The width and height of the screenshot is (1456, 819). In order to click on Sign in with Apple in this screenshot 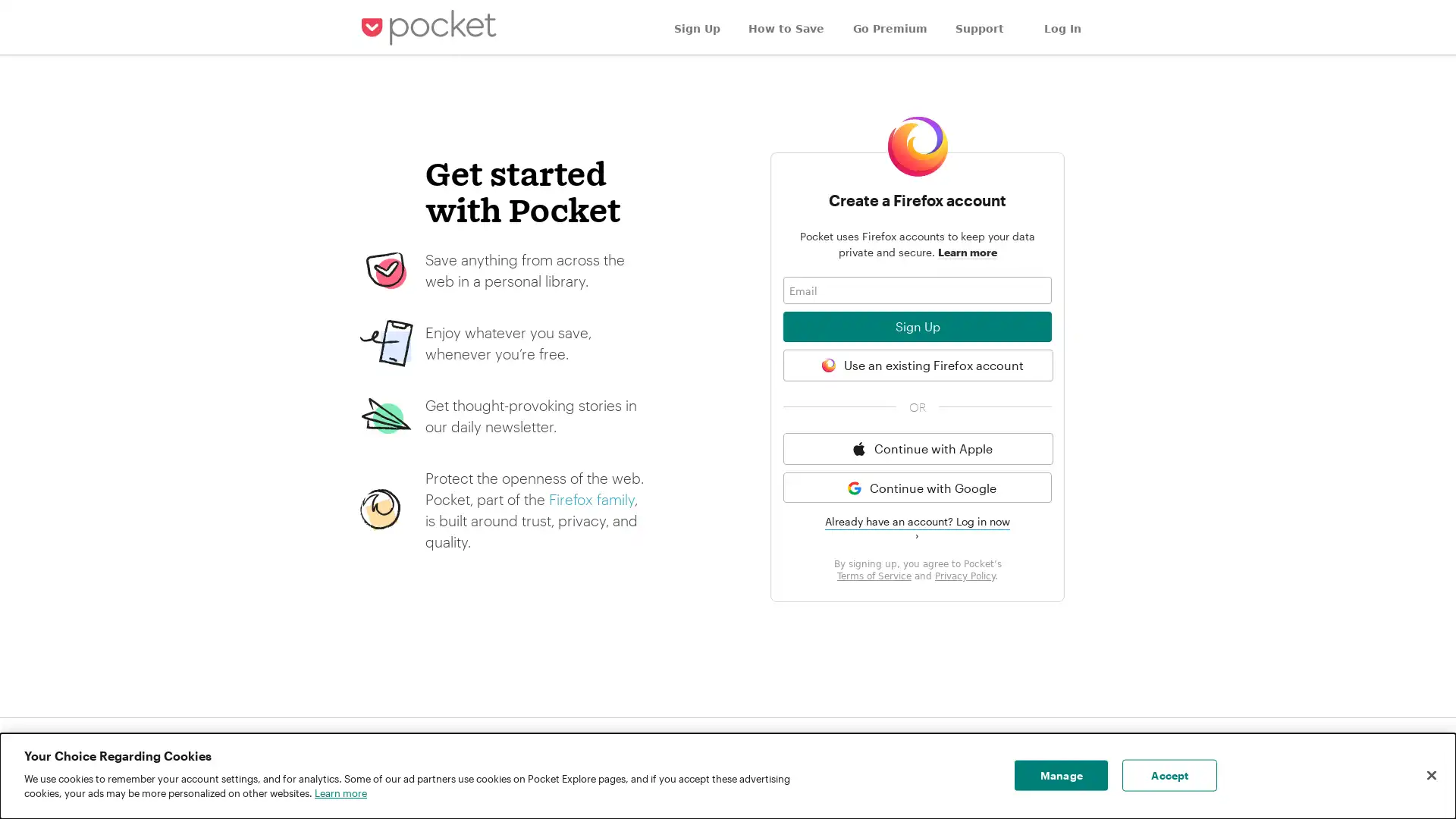, I will do `click(917, 447)`.